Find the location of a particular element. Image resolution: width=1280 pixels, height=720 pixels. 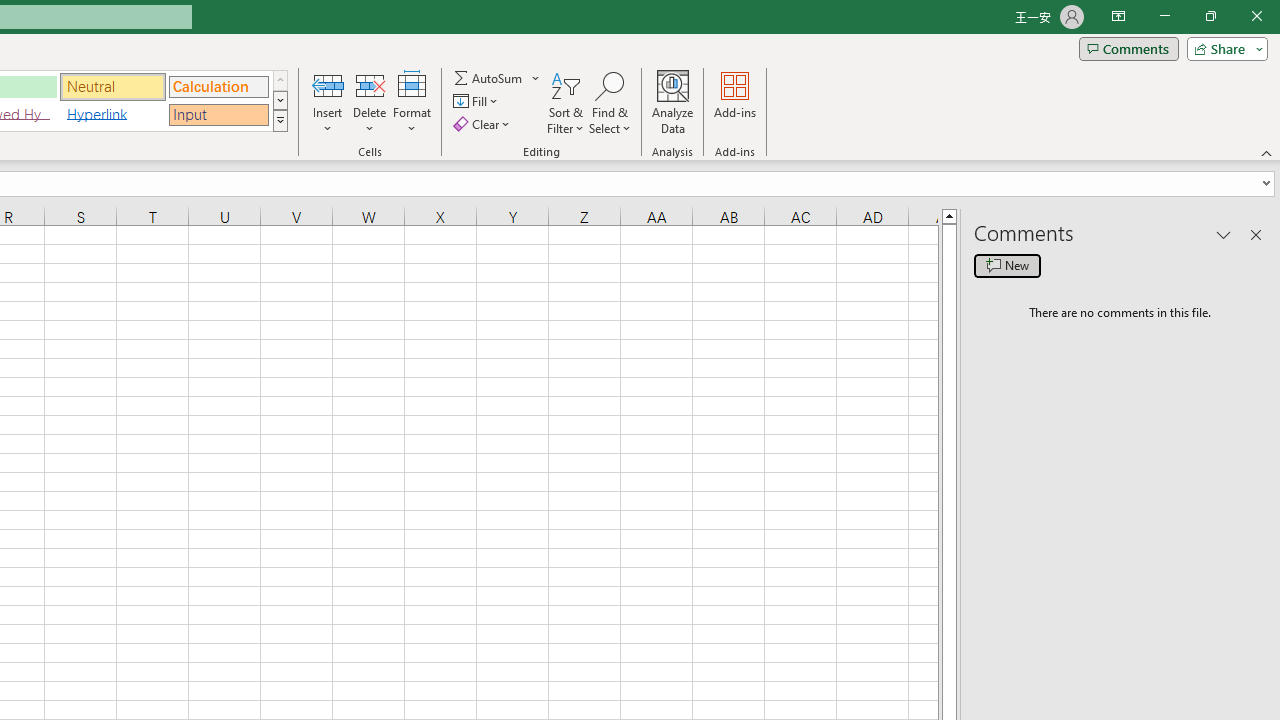

'Fill' is located at coordinates (477, 101).